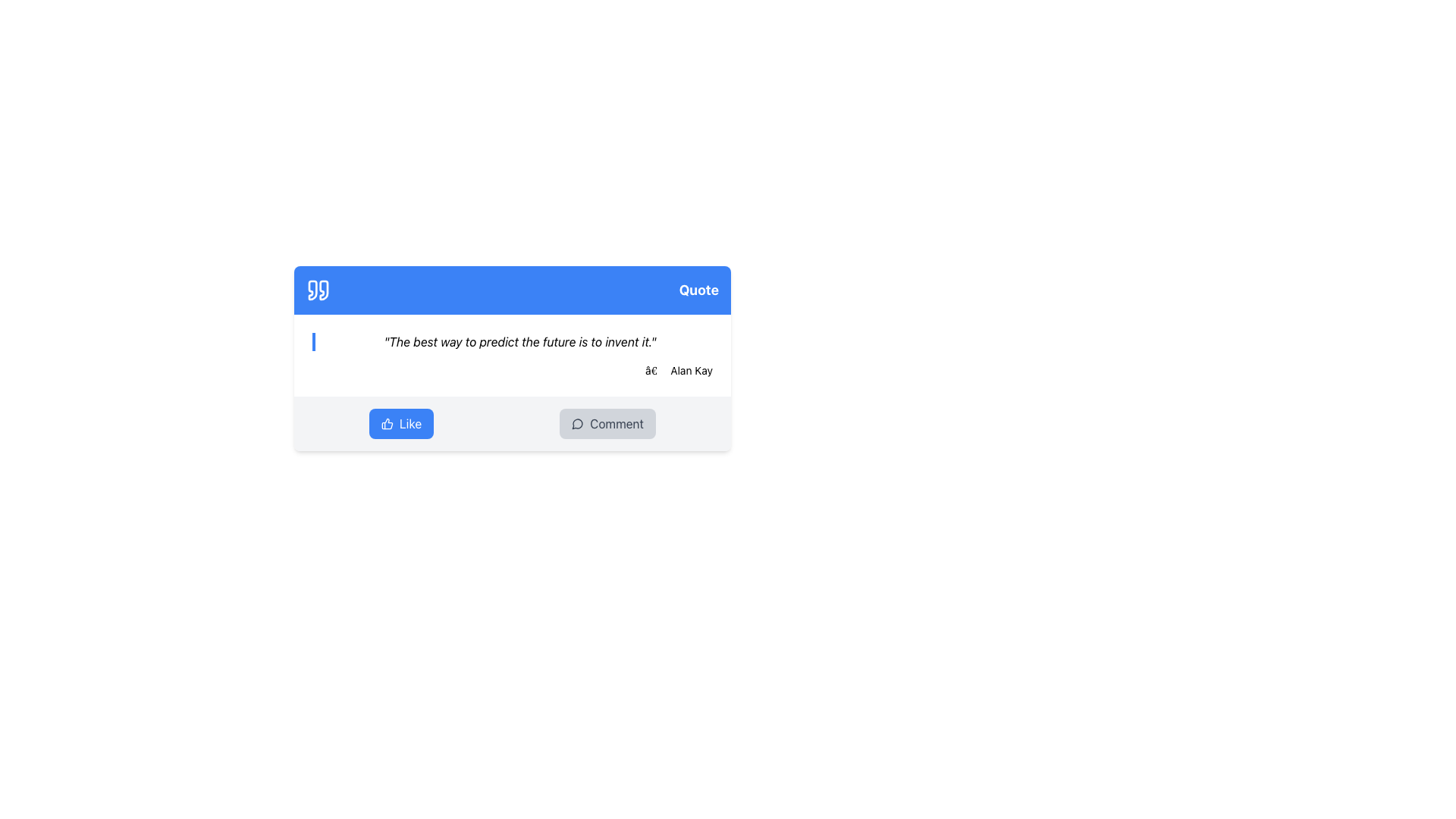  What do you see at coordinates (617, 424) in the screenshot?
I see `the text label displaying 'Comment' inside the gray button with rounded corners and a speech bubble icon, located in the lower right part of the interface` at bounding box center [617, 424].